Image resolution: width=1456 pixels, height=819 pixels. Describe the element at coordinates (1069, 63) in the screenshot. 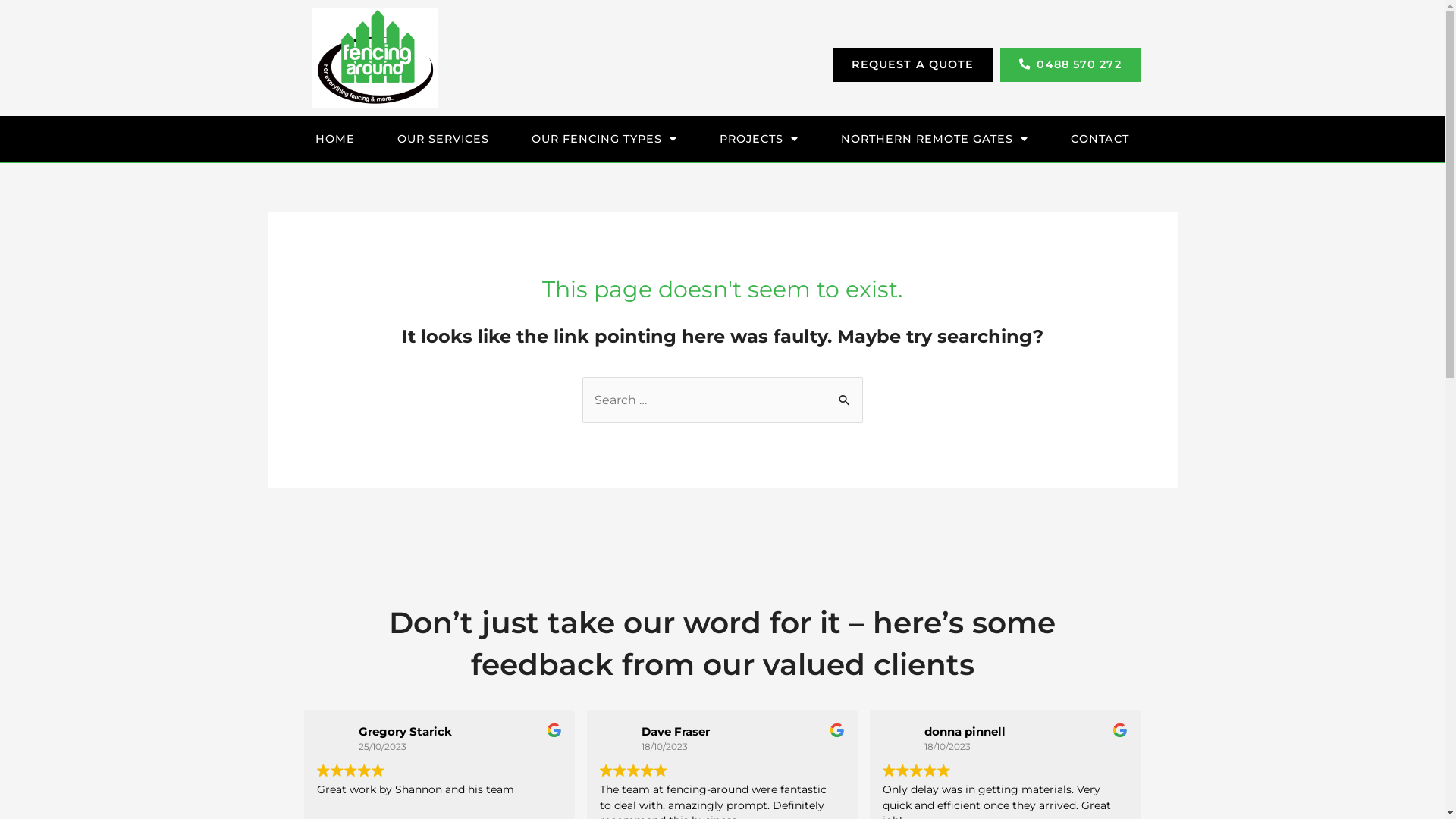

I see `'0488 570 272'` at that location.